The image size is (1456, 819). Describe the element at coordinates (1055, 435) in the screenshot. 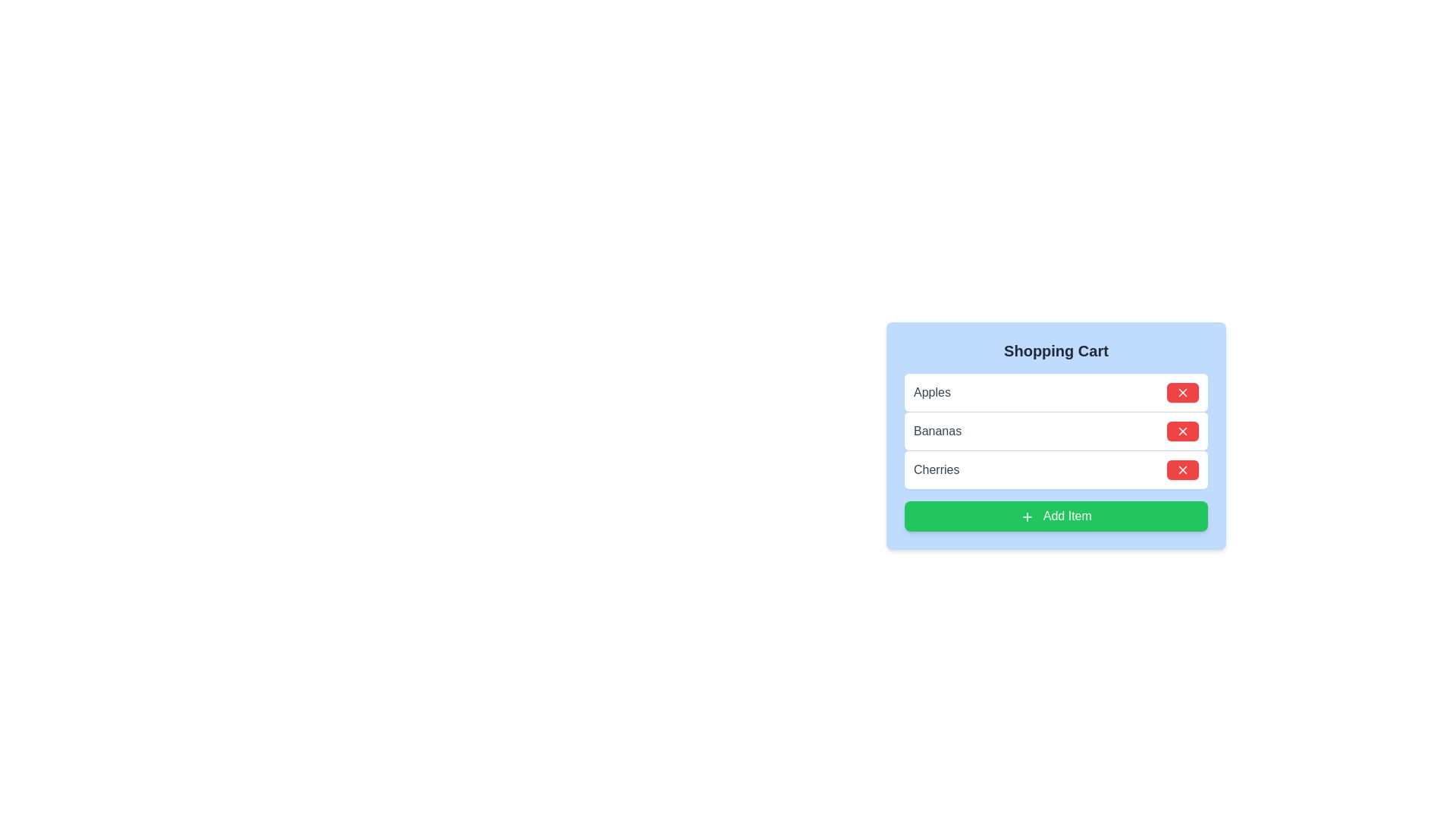

I see `the interactive list item labeled 'Bananas' in the shopping cart interface to display additional options` at that location.